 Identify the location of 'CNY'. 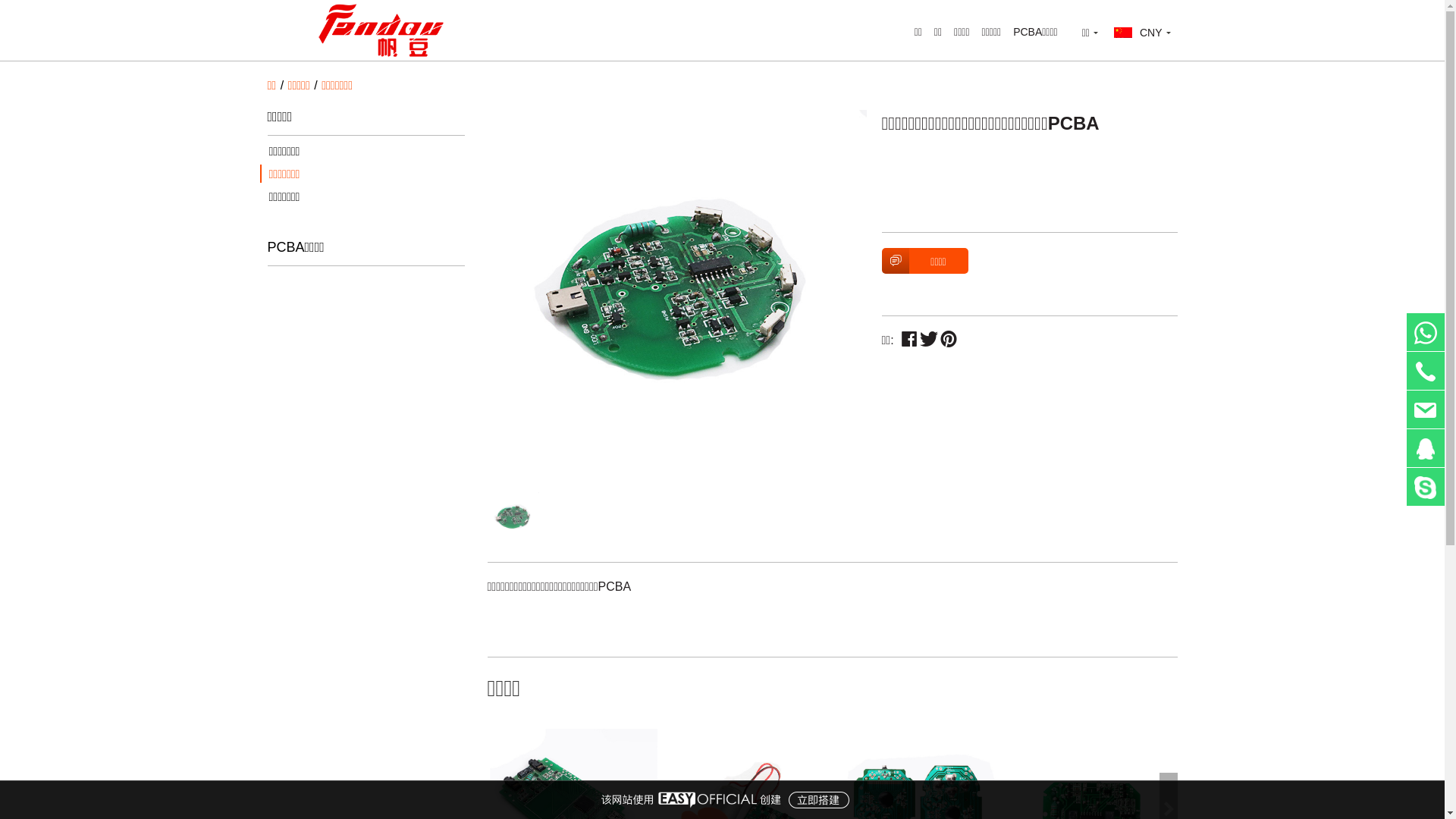
(1142, 32).